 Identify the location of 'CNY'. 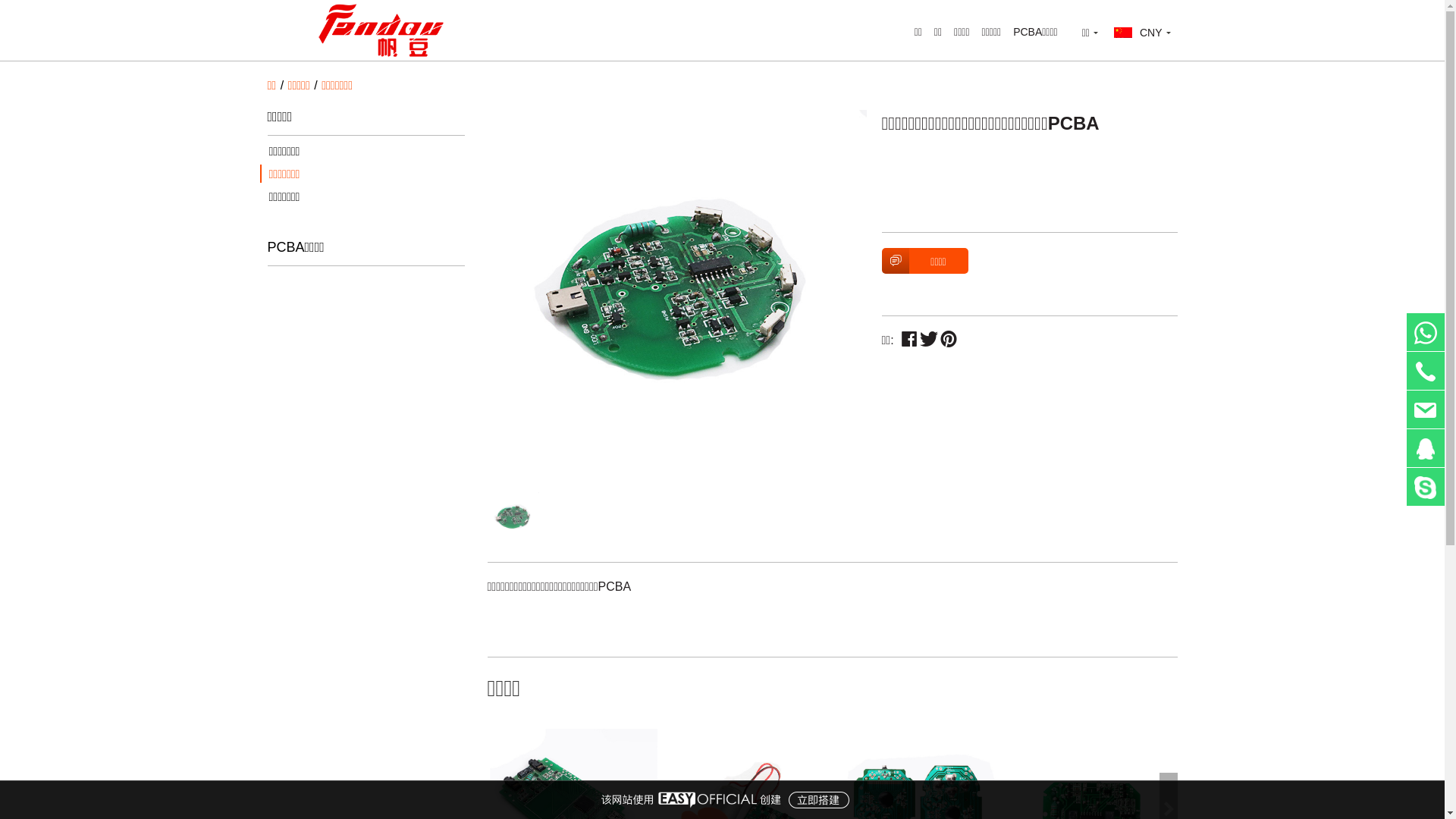
(1142, 32).